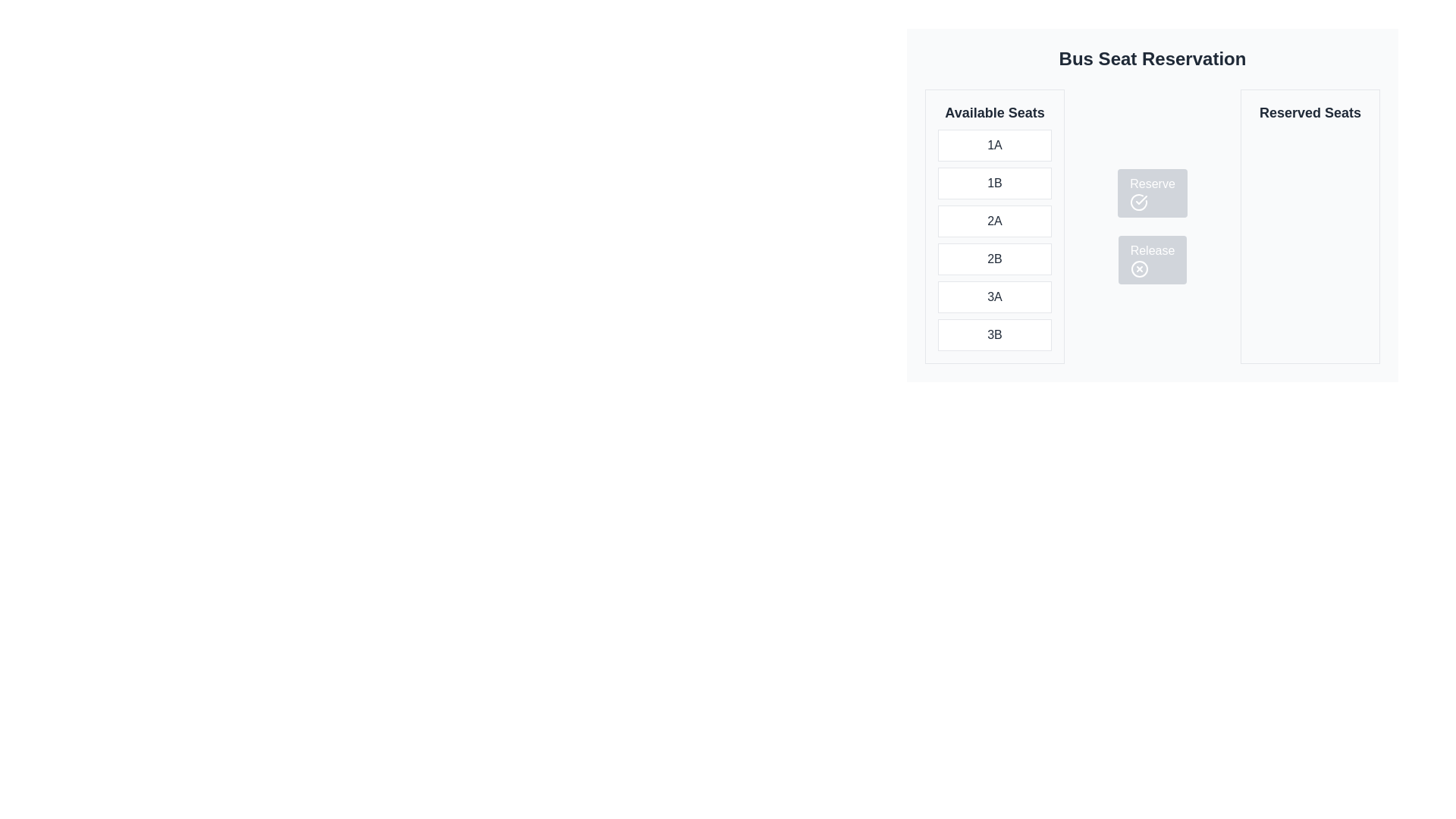 The height and width of the screenshot is (819, 1456). Describe the element at coordinates (1139, 268) in the screenshot. I see `the disabled SVG icon within the 'Release' button that symbolizes the action to cancel or release a reservation` at that location.